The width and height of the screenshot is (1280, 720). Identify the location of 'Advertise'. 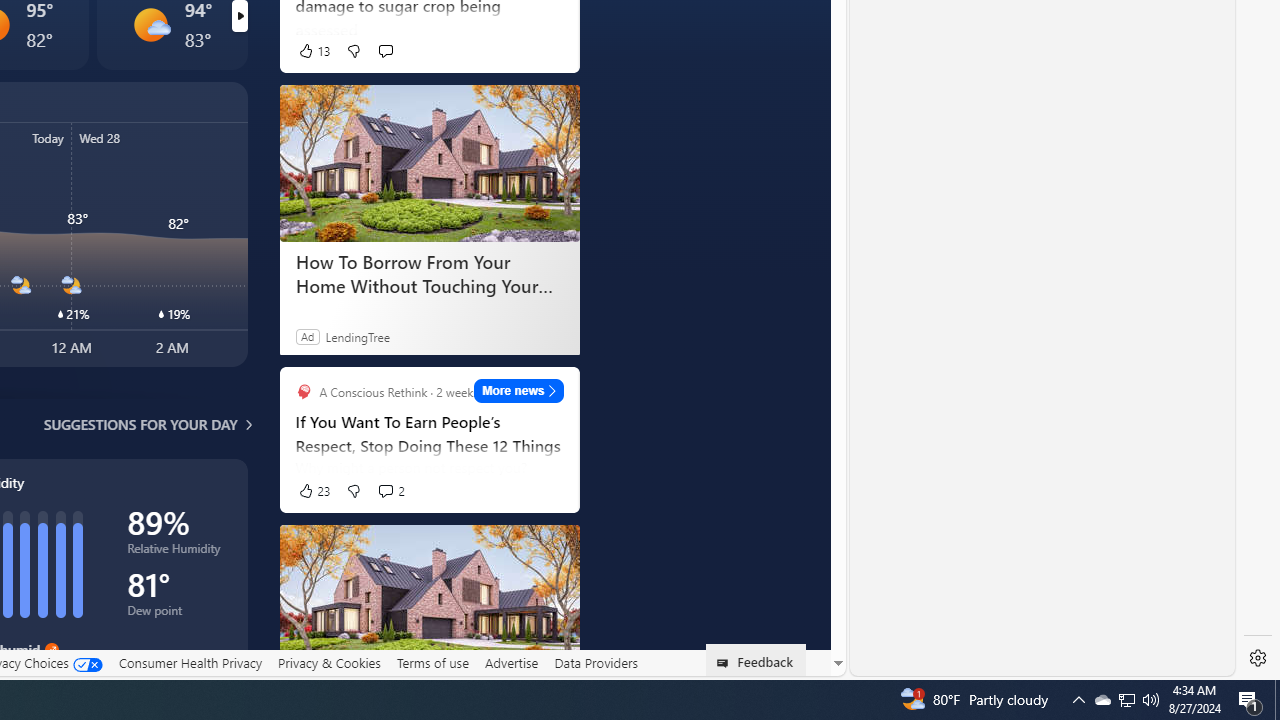
(511, 662).